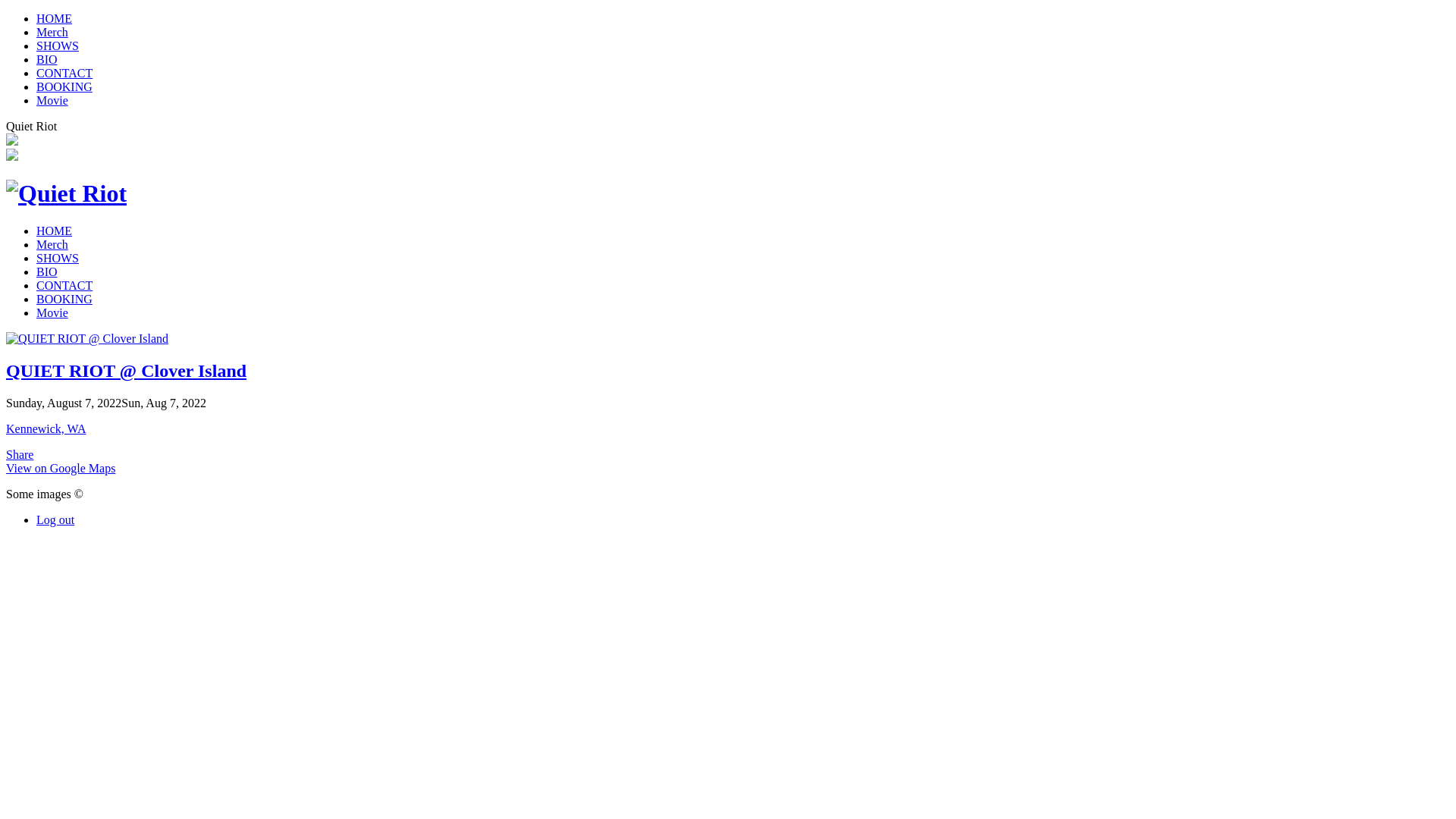  Describe the element at coordinates (64, 299) in the screenshot. I see `'BOOKING'` at that location.